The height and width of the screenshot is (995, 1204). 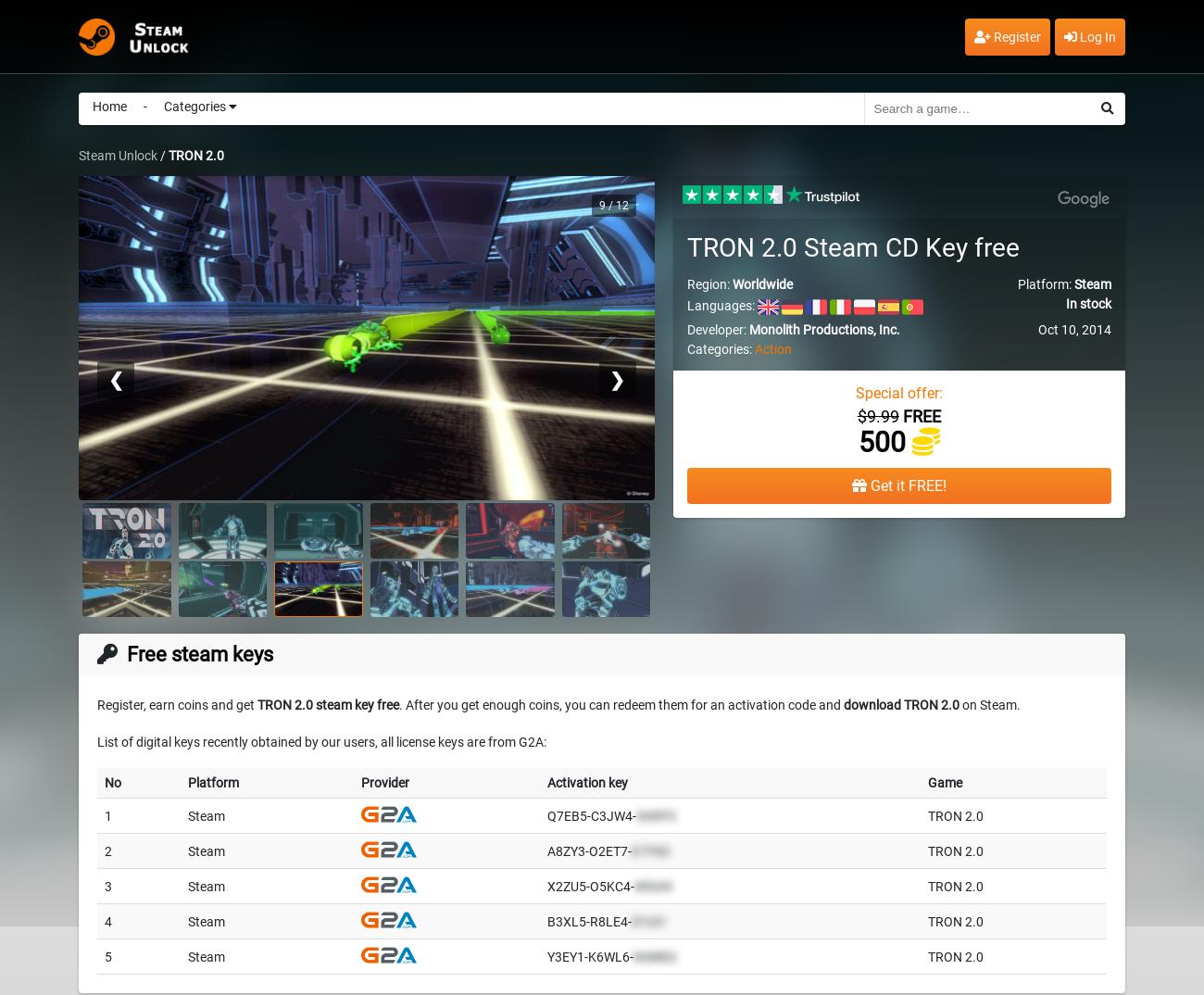 I want to click on 'D1UI1', so click(x=647, y=919).